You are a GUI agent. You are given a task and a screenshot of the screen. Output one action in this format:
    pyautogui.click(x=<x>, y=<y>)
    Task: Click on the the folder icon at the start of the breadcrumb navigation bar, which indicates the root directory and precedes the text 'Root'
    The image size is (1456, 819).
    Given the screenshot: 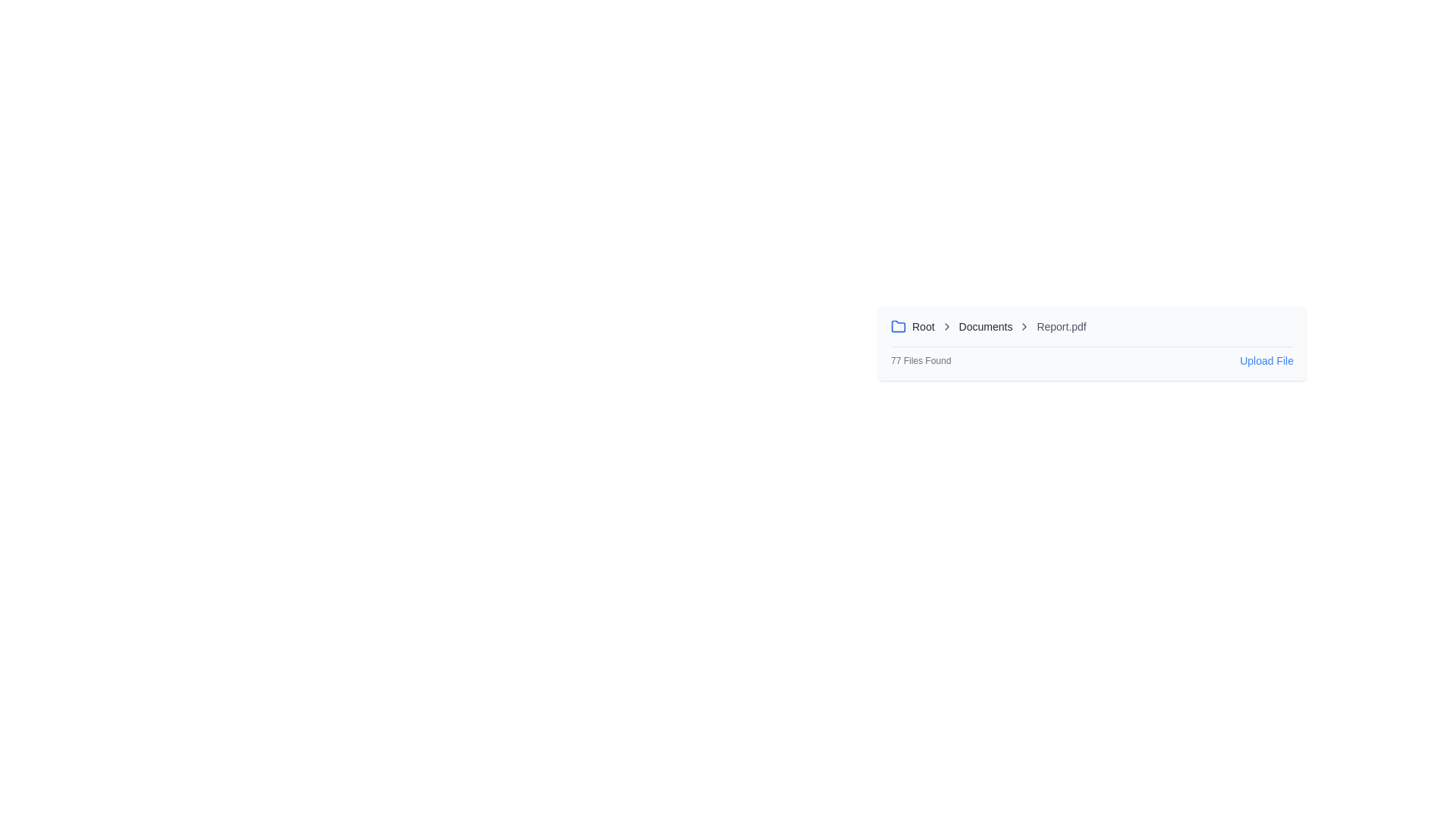 What is the action you would take?
    pyautogui.click(x=899, y=326)
    